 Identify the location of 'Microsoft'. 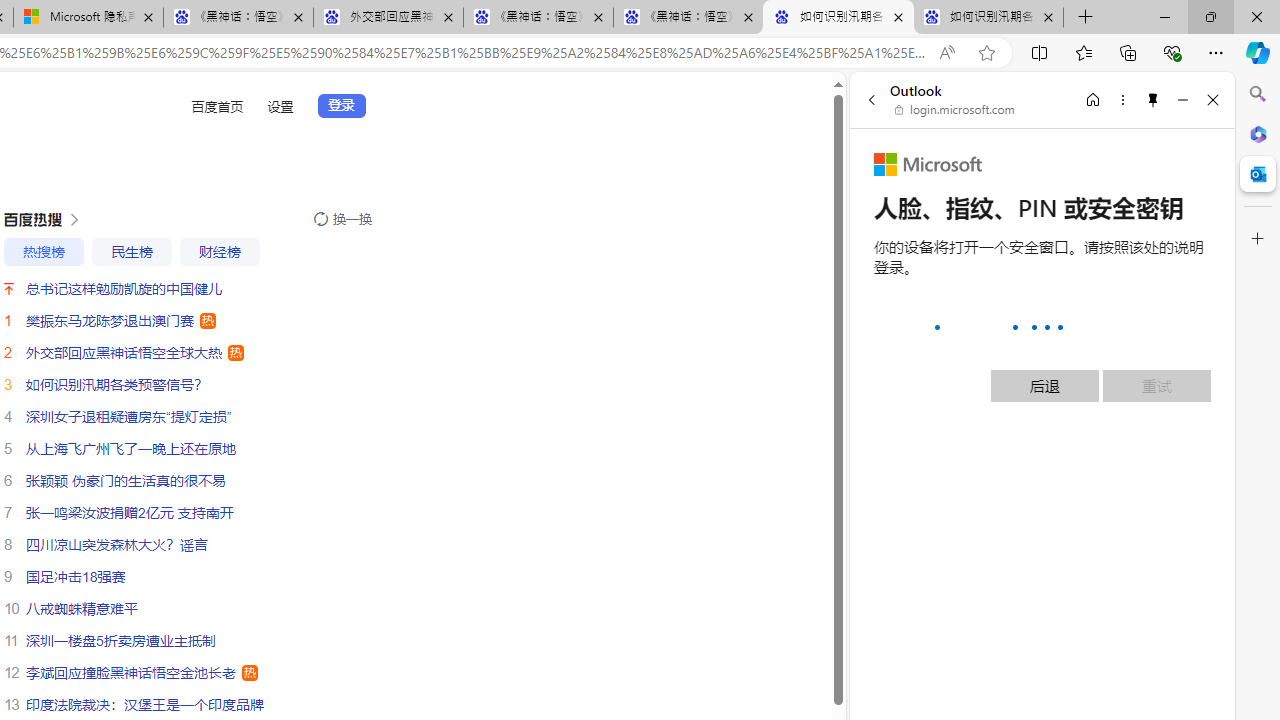
(927, 164).